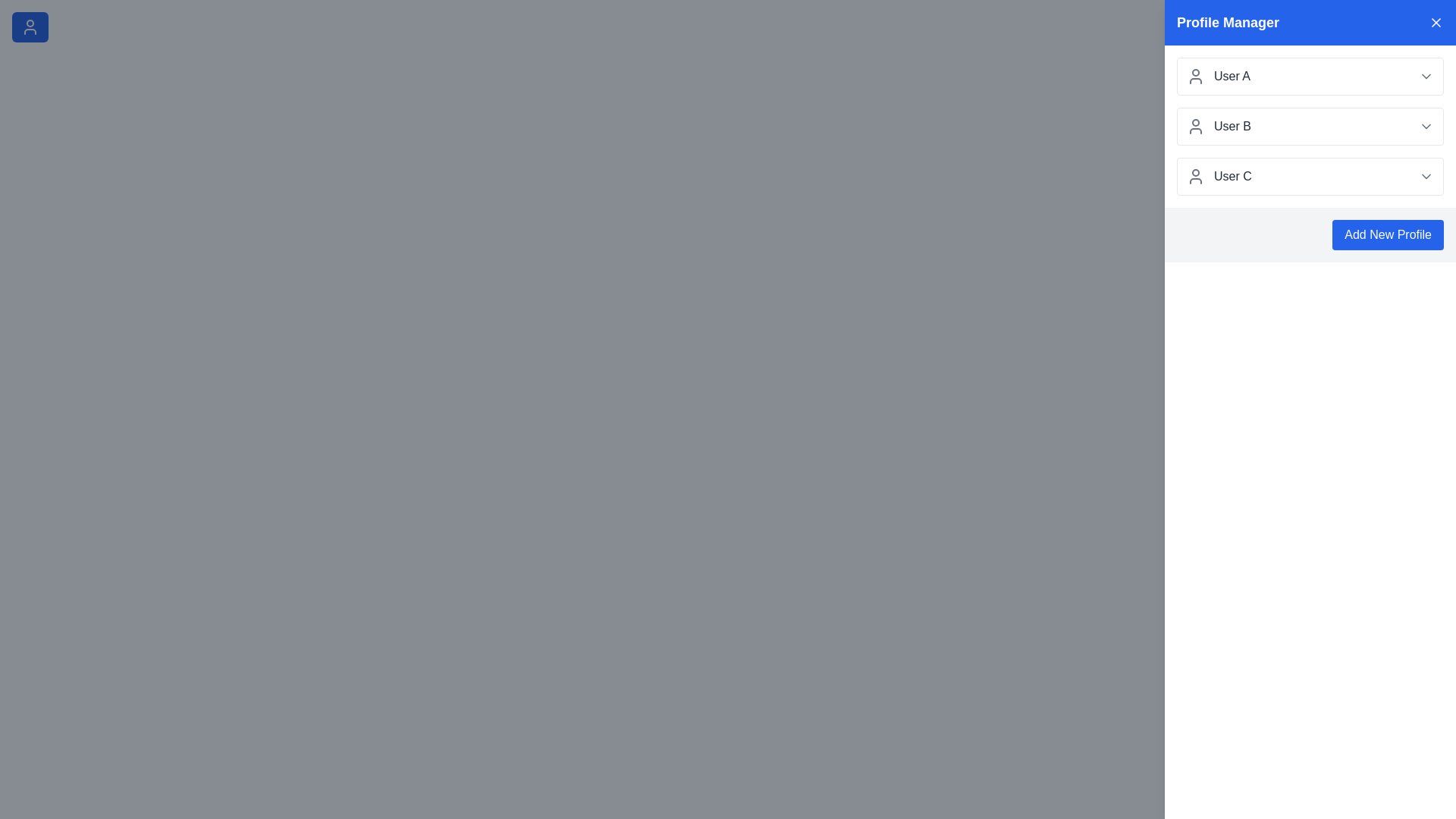  I want to click on the white 'X' icon located in the top right corner of the 'Profile Manager' header bar, so click(1436, 23).